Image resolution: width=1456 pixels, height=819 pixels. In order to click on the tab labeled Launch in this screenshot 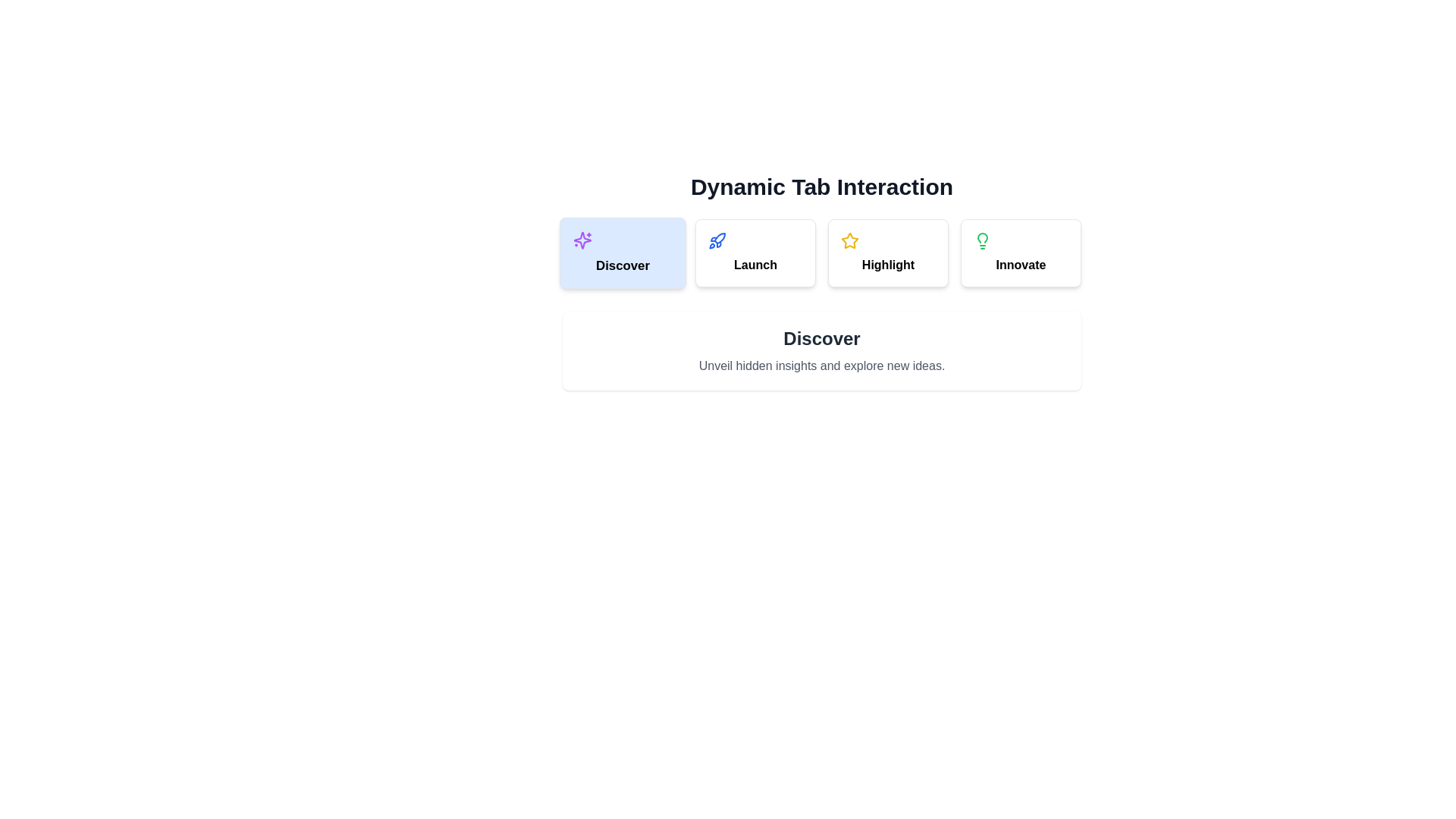, I will do `click(755, 253)`.